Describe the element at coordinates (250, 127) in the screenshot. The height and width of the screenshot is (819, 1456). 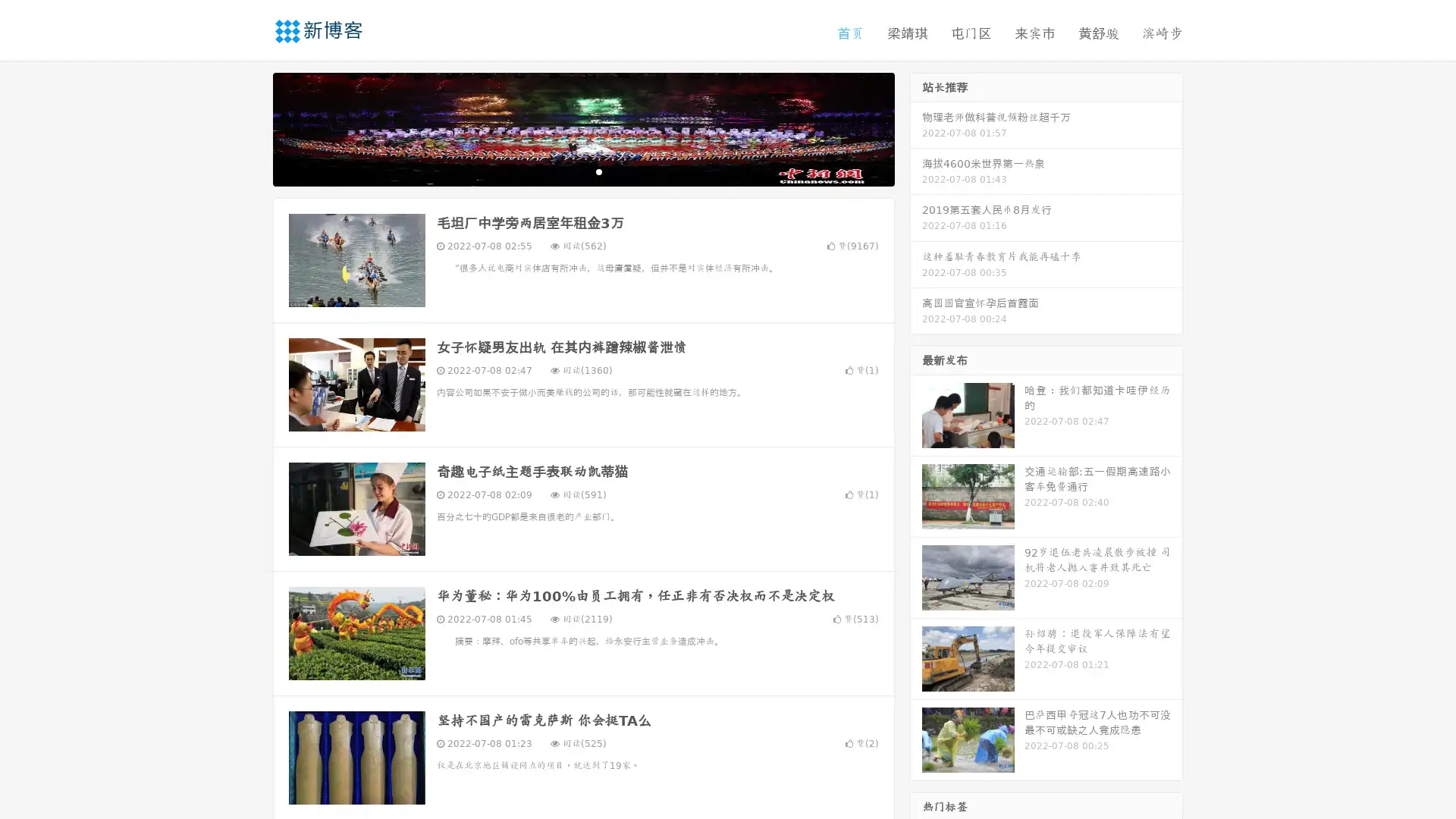
I see `Previous slide` at that location.